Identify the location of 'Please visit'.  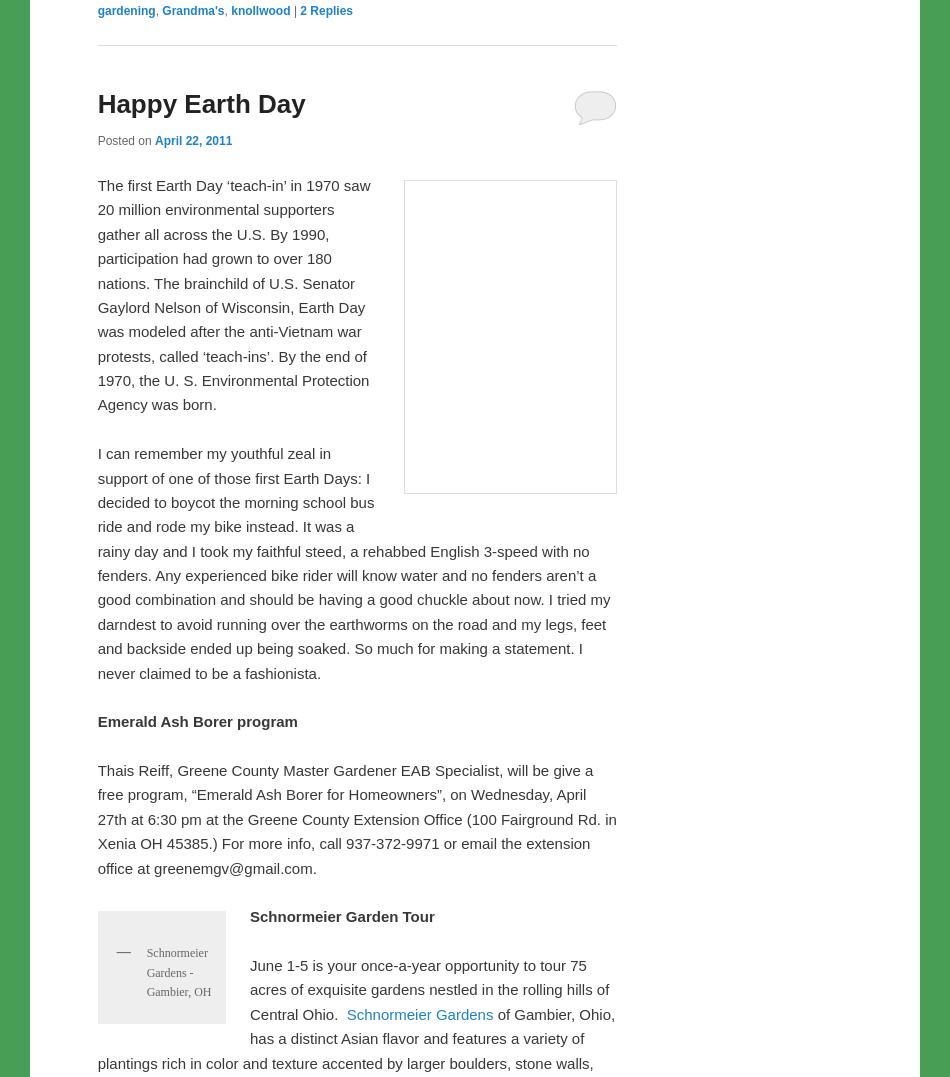
(96, 133).